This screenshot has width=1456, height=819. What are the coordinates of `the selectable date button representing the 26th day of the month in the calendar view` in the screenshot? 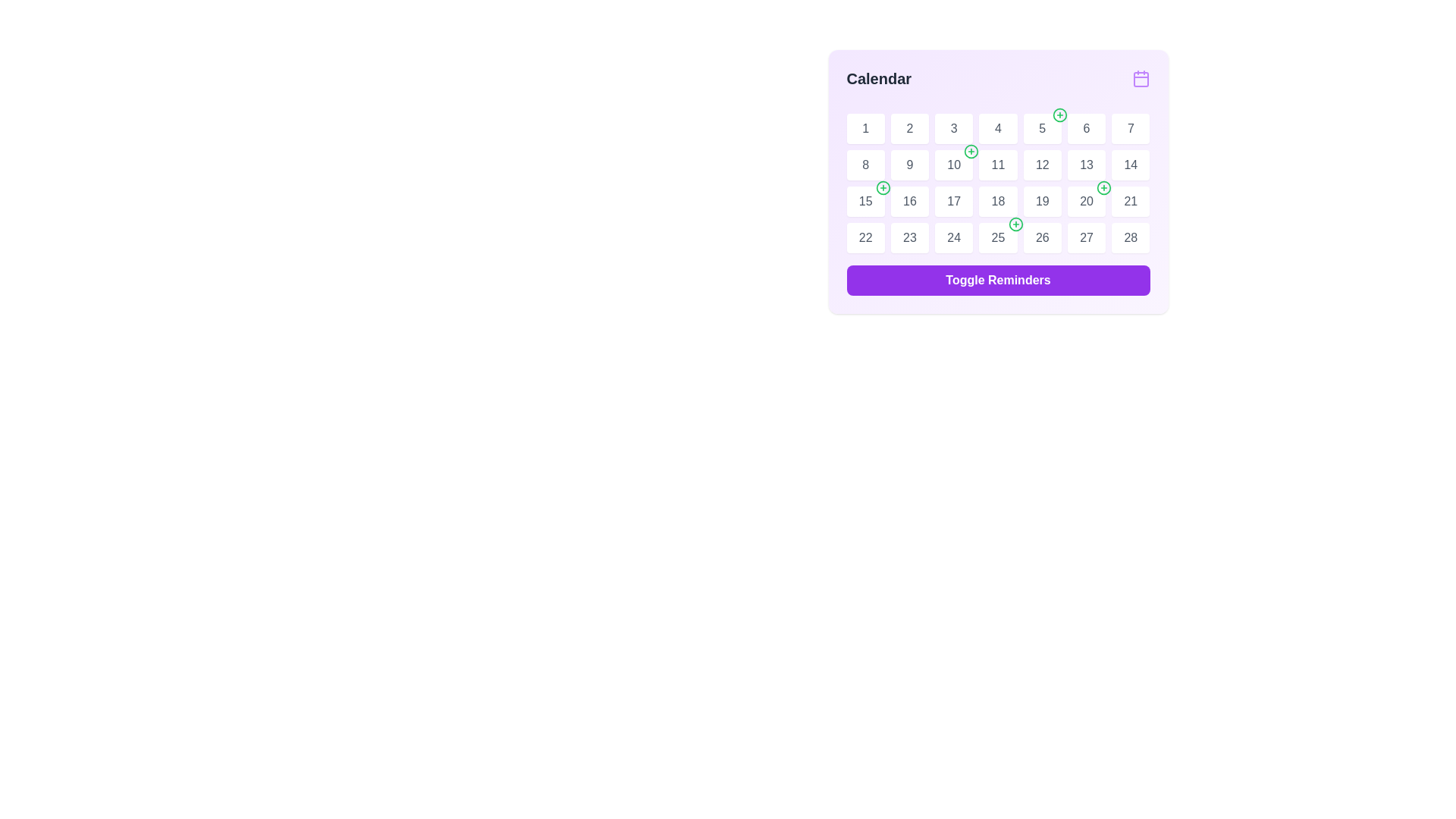 It's located at (1041, 237).